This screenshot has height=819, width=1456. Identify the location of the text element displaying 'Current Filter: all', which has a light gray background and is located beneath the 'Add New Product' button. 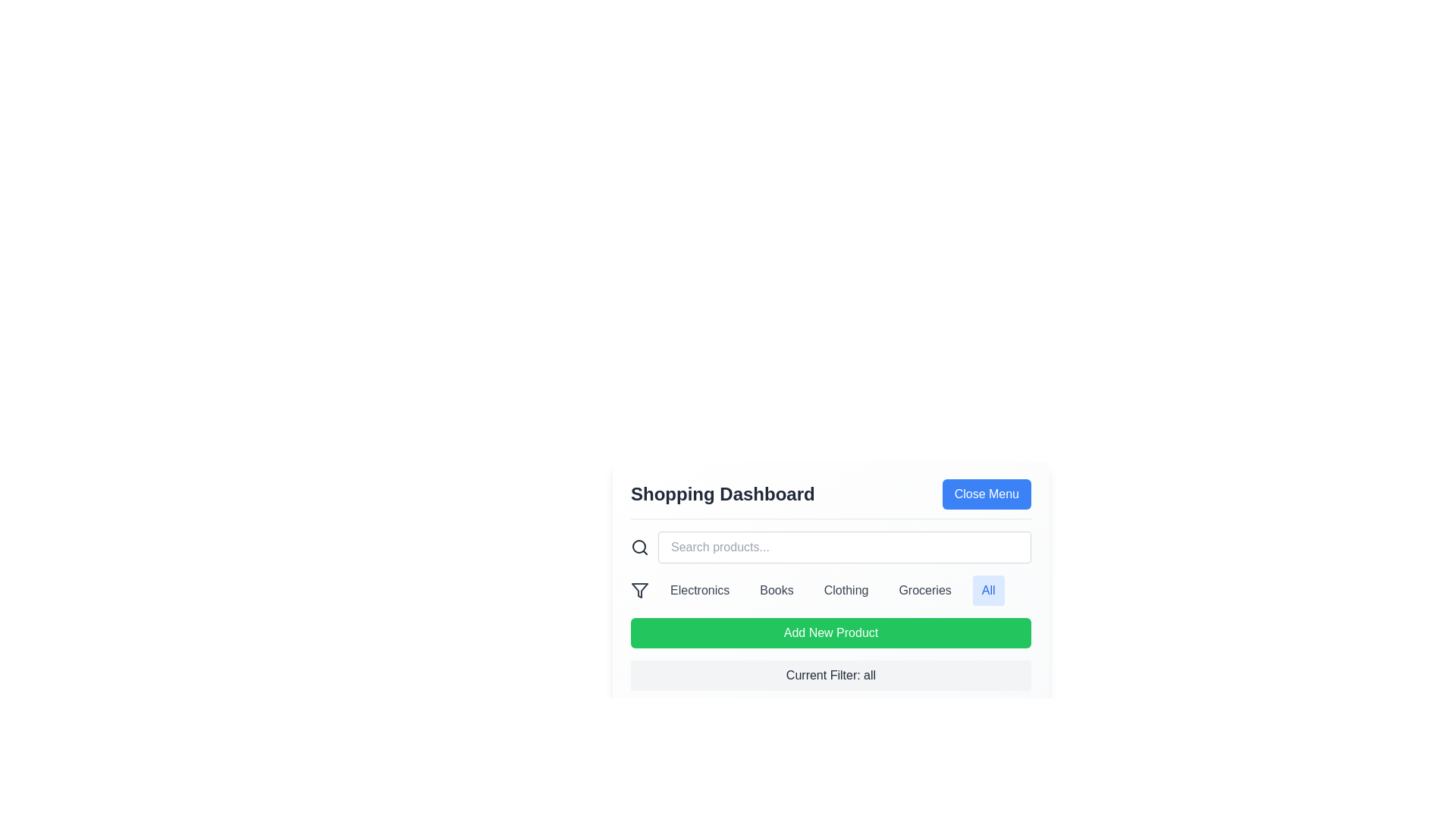
(830, 675).